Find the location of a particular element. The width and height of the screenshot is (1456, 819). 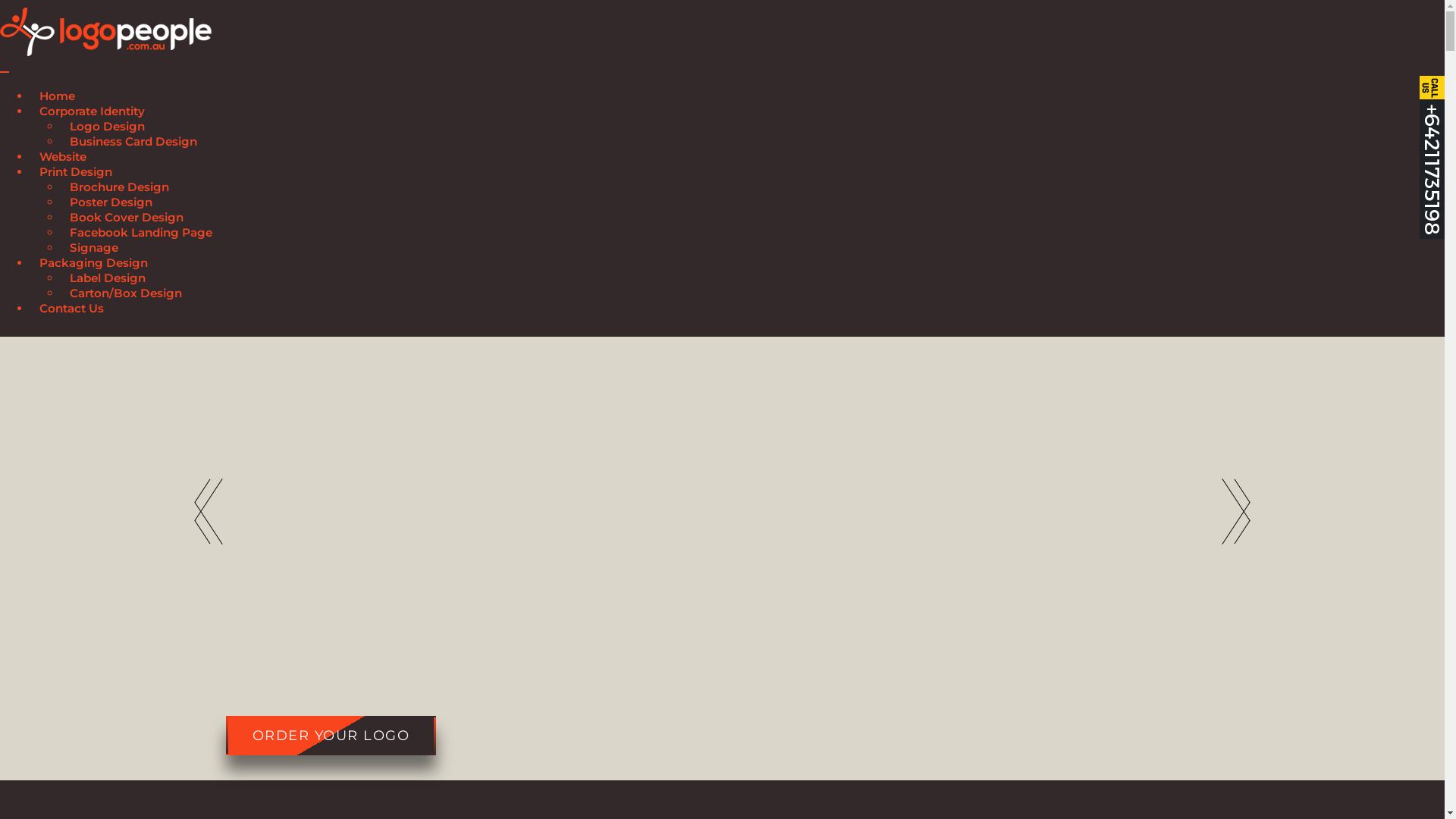

'Logo Design' is located at coordinates (61, 127).